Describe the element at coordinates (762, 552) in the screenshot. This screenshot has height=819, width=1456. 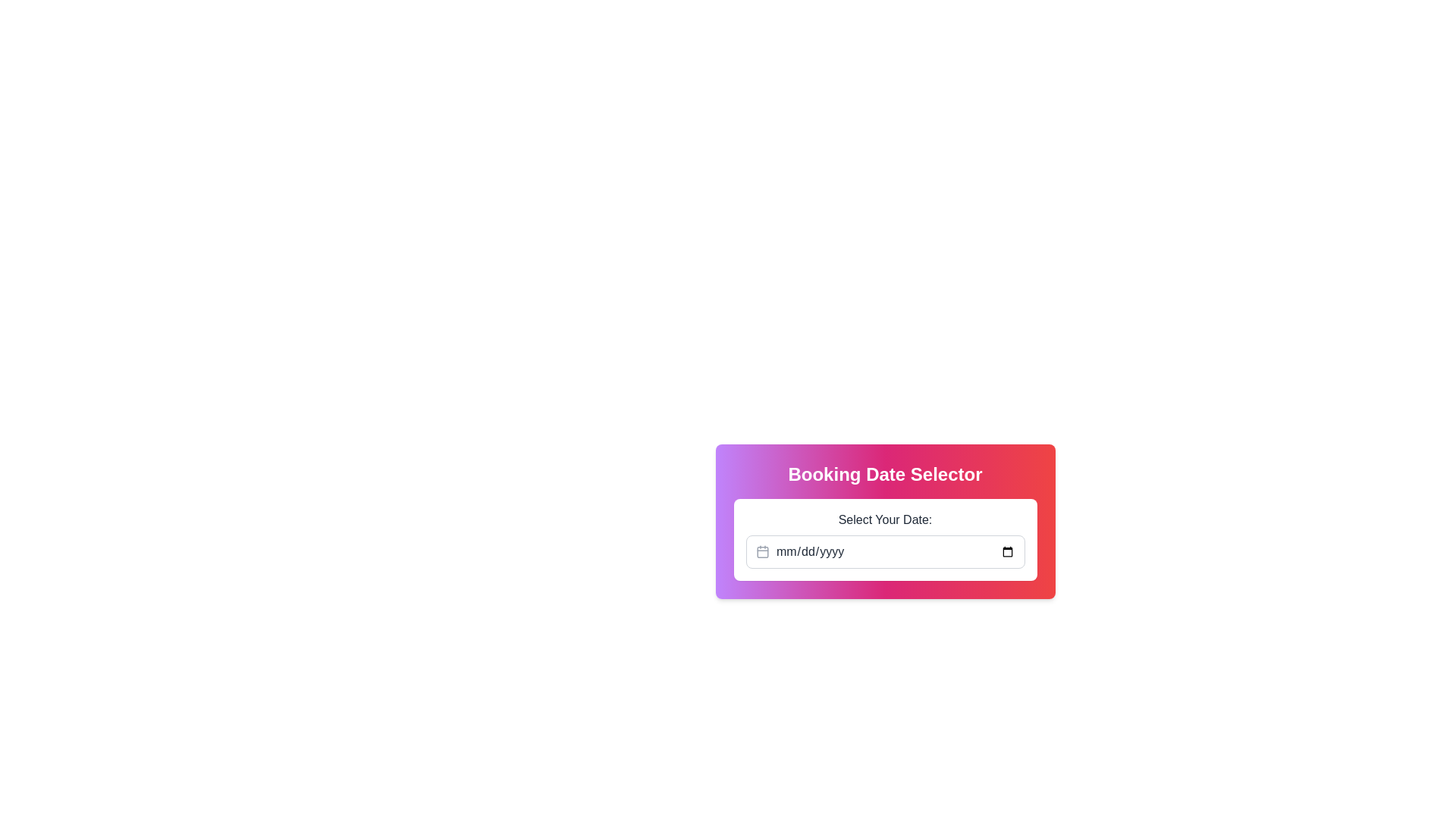
I see `the calendar icon located inside the 'Booking Date Selector' interface, which is positioned to the left of the 'mm/dd/yyyy' text input` at that location.